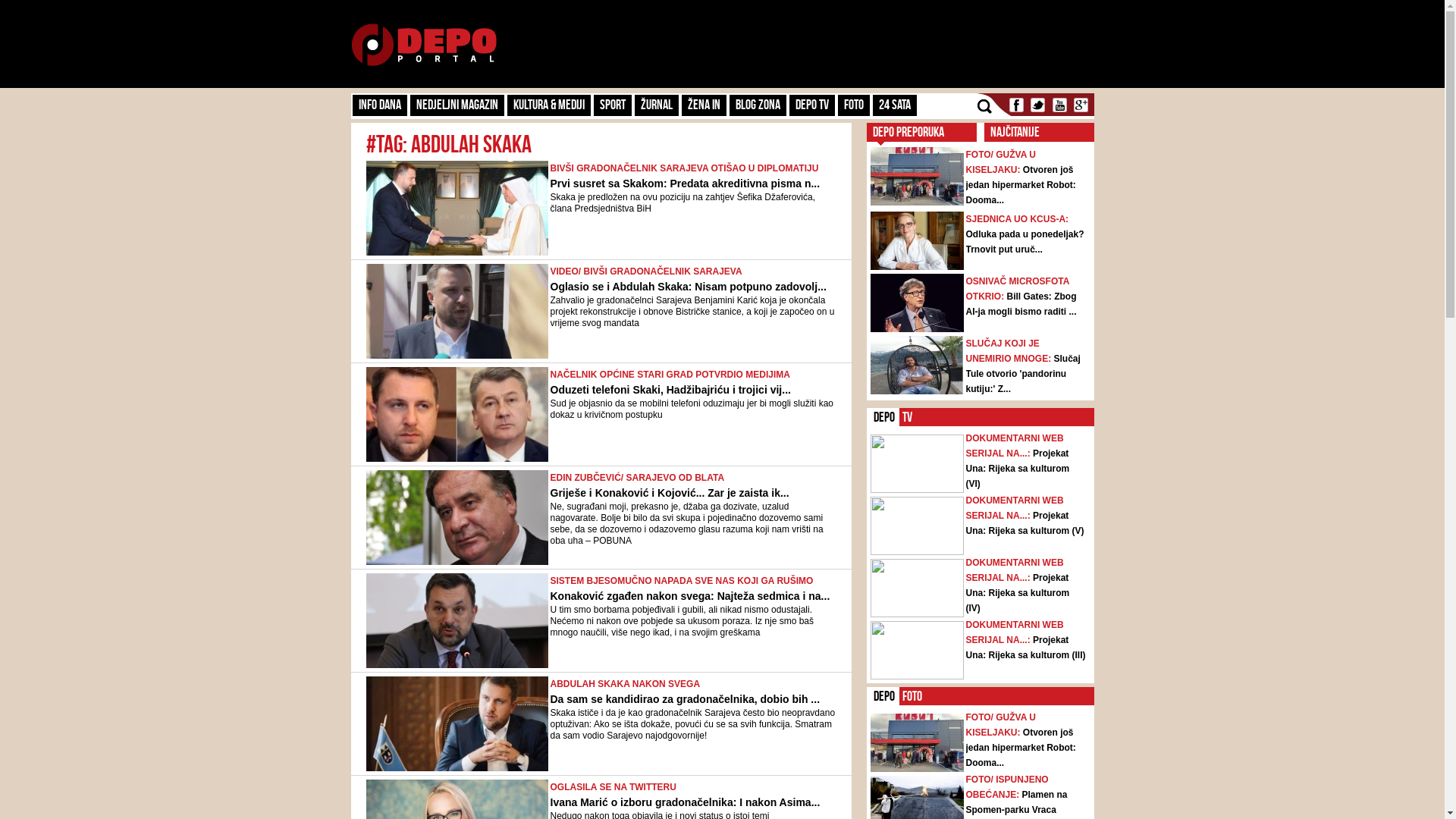 This screenshot has height=819, width=1456. What do you see at coordinates (549, 287) in the screenshot?
I see `'Oglasio se i Abdulah Skaka: Nisam potpuno zadovolj...'` at bounding box center [549, 287].